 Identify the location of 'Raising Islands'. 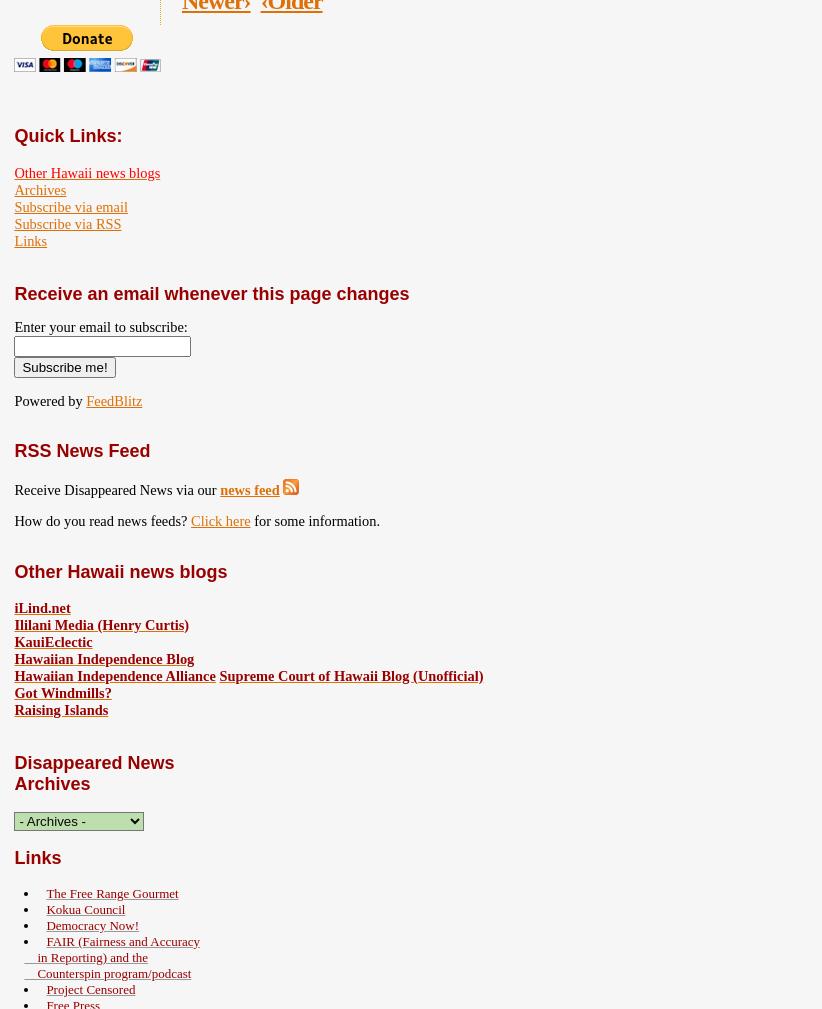
(60, 709).